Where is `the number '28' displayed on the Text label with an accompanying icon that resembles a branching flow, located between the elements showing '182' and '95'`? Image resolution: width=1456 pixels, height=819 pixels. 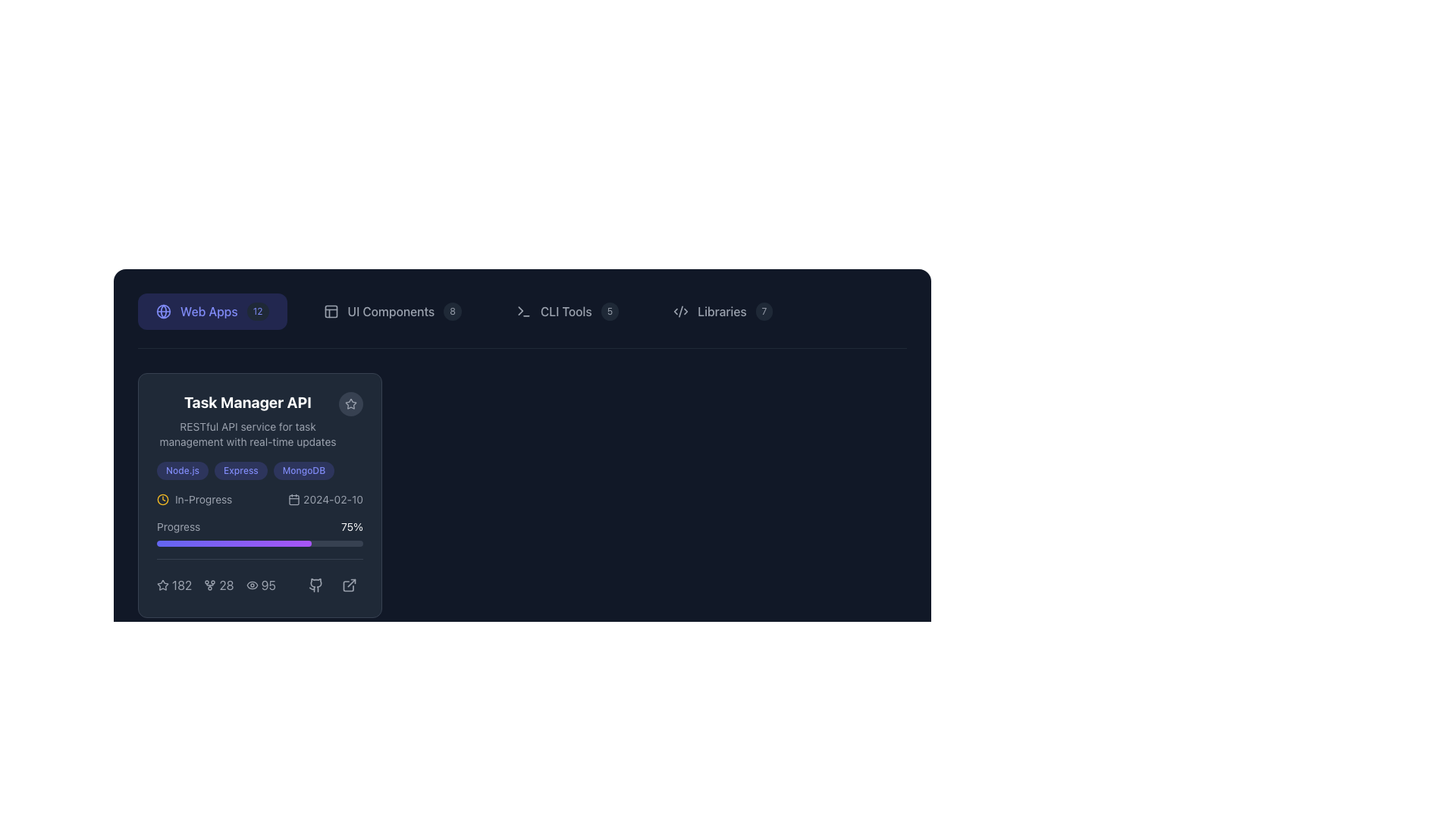 the number '28' displayed on the Text label with an accompanying icon that resembles a branching flow, located between the elements showing '182' and '95' is located at coordinates (218, 584).